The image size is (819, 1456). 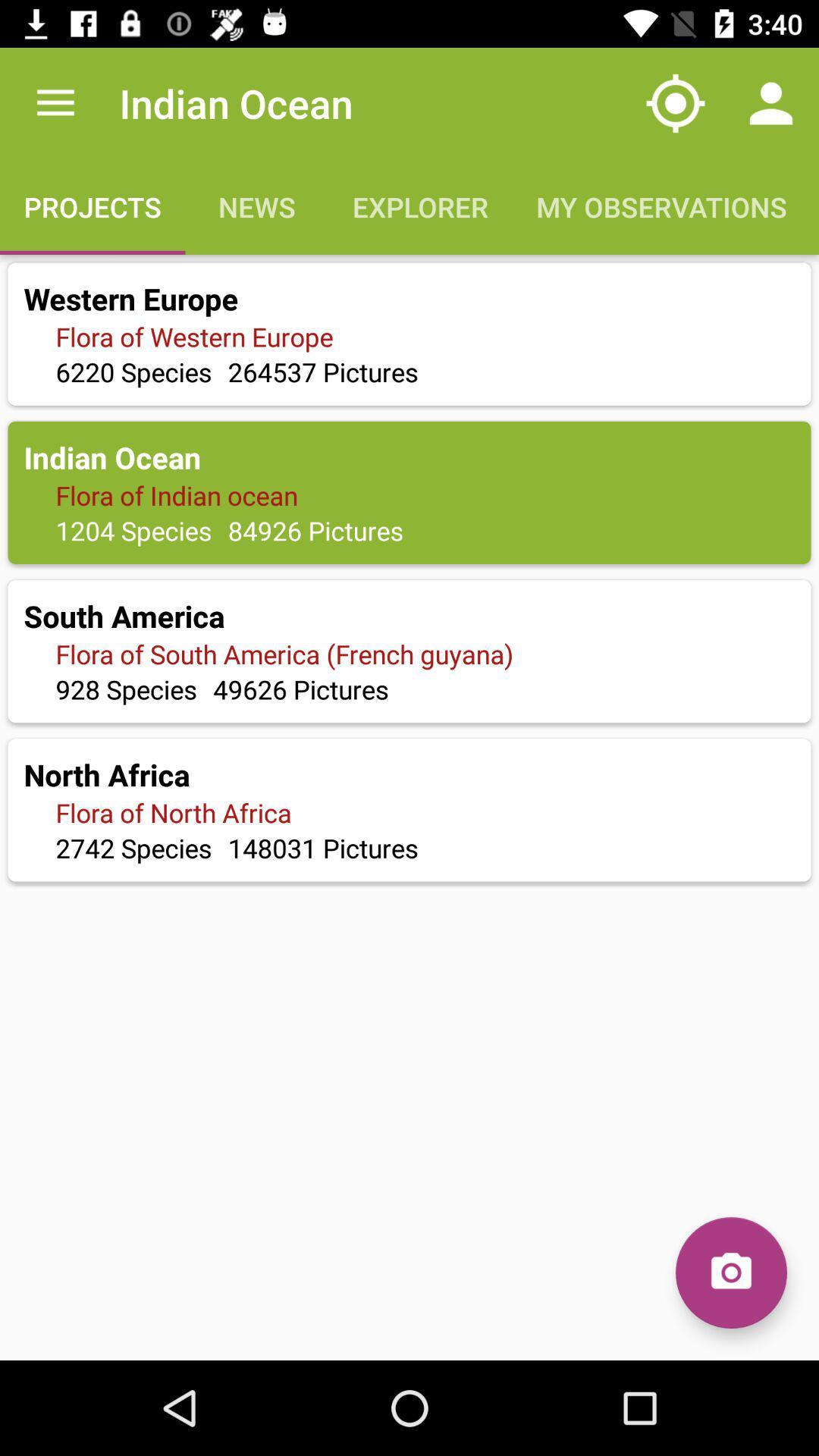 What do you see at coordinates (55, 102) in the screenshot?
I see `app to the left of the indian ocean item` at bounding box center [55, 102].